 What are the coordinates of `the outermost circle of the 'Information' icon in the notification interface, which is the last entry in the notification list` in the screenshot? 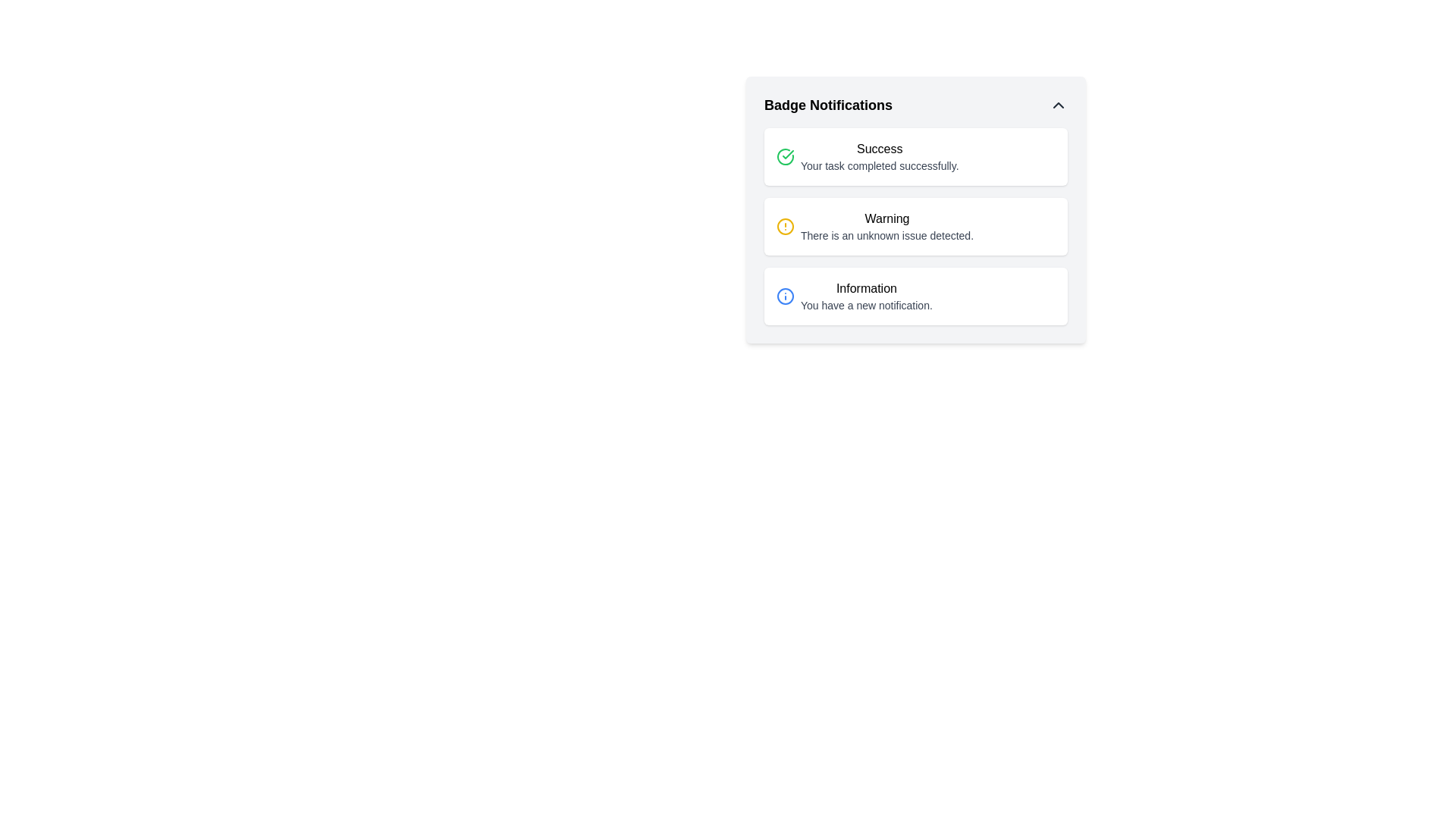 It's located at (786, 296).